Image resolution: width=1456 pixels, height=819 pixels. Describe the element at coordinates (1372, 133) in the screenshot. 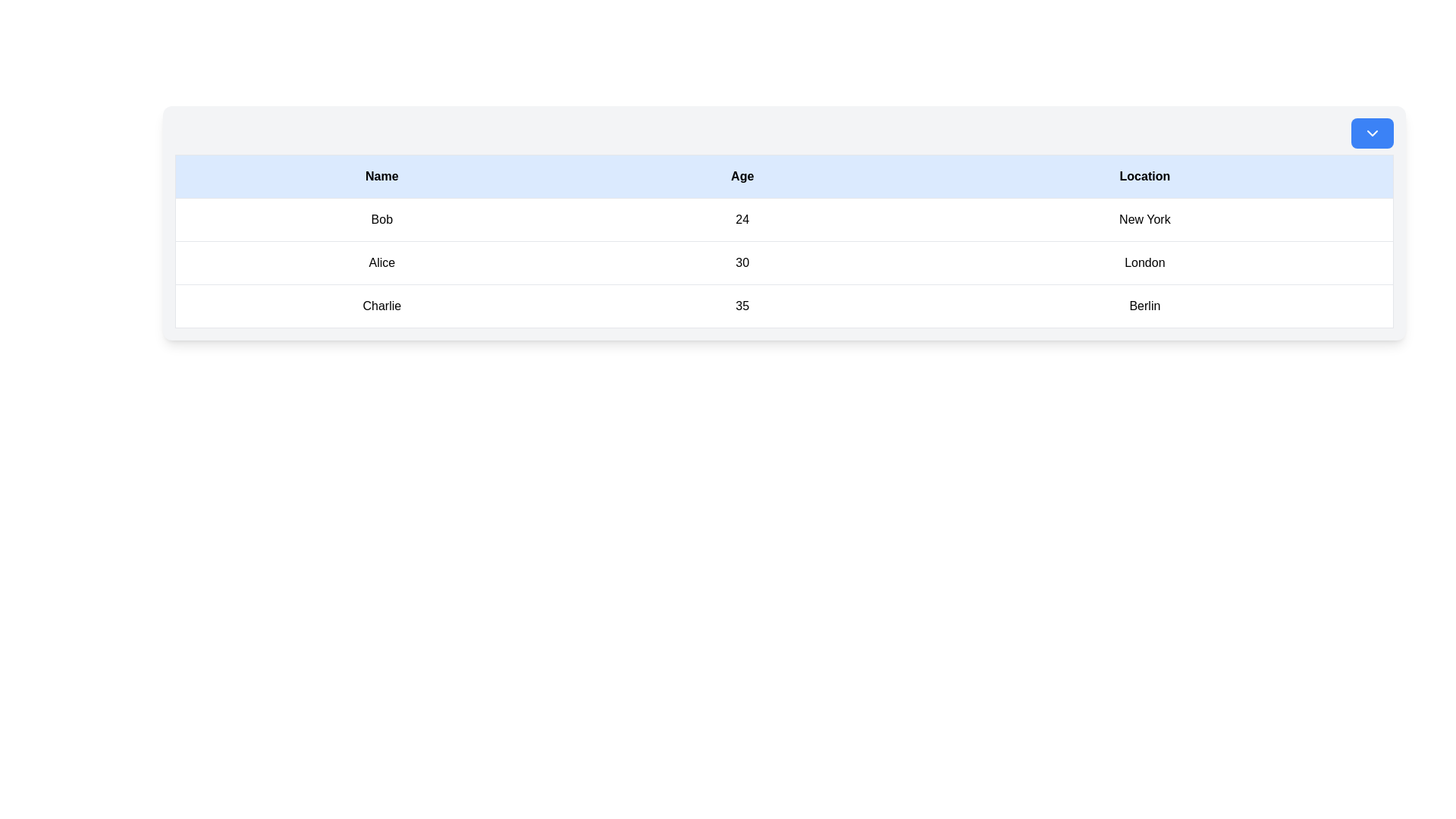

I see `the blue rectangular button with rounded corners featuring a downward chevron arrow icon for keyboard interaction` at that location.